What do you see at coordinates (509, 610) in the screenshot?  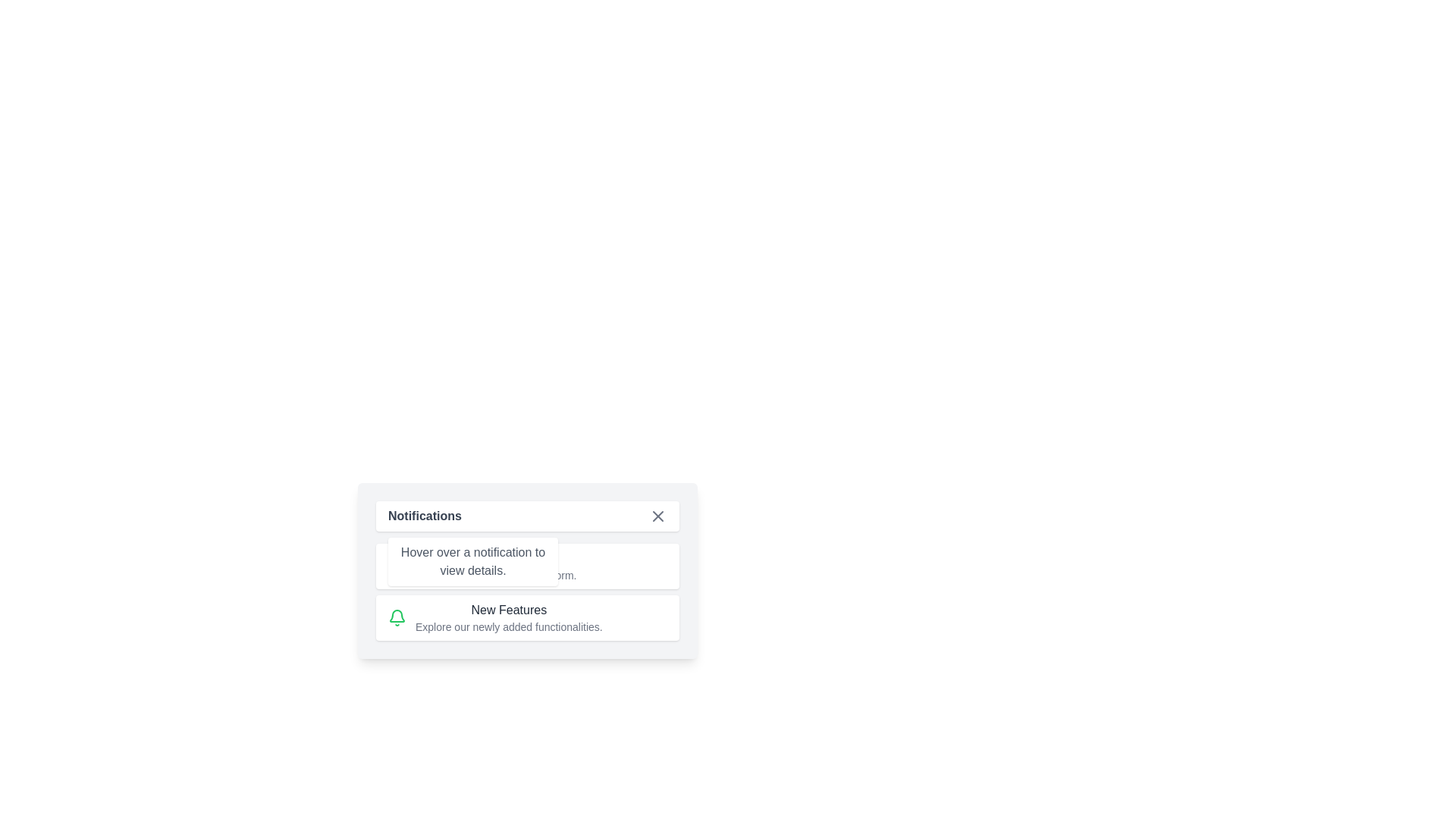 I see `title text 'New Features' located at the top of the notification card, which introduces the section about new functionalities` at bounding box center [509, 610].